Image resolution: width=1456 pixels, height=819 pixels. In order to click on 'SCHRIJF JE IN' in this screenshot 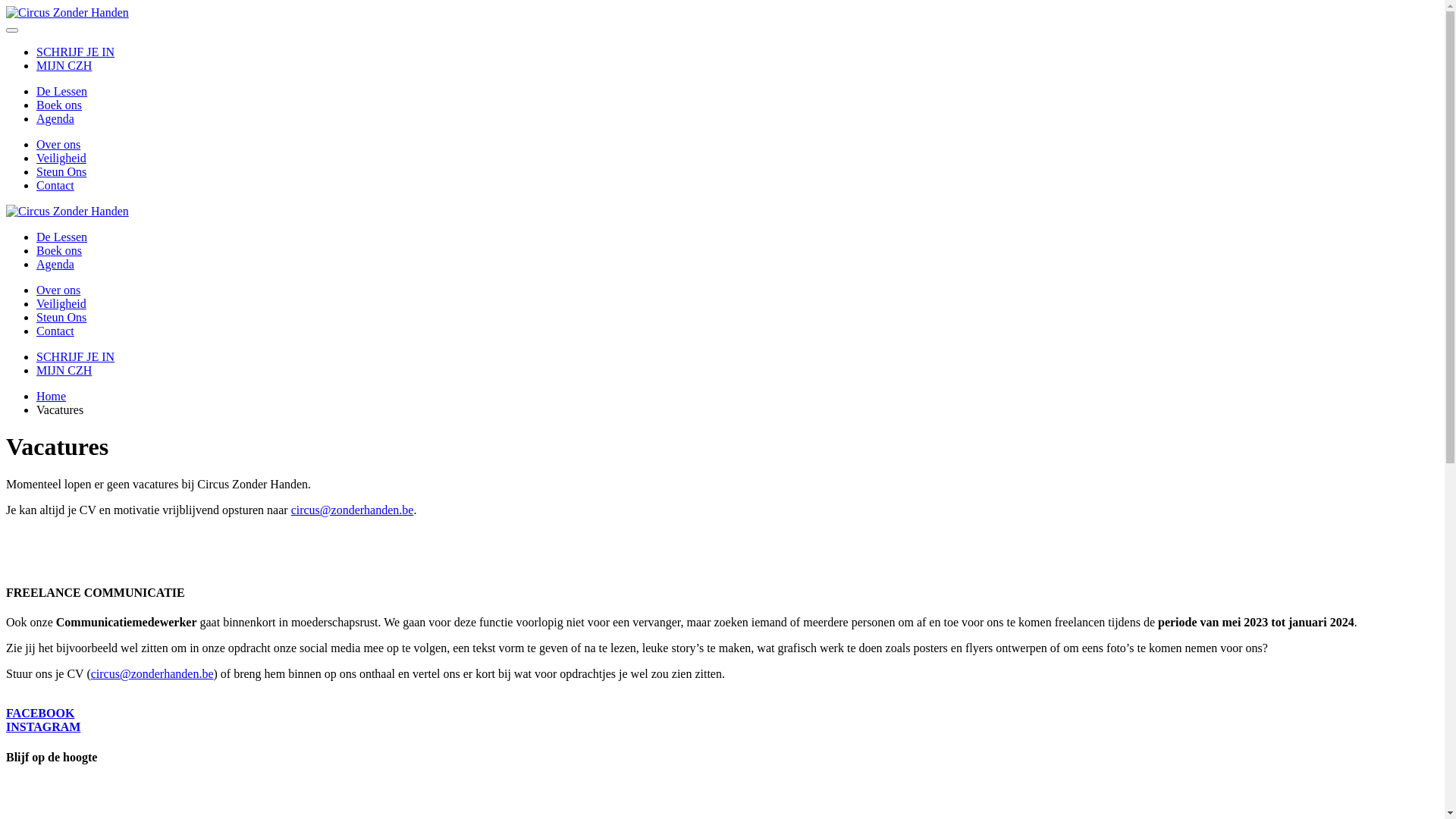, I will do `click(74, 51)`.